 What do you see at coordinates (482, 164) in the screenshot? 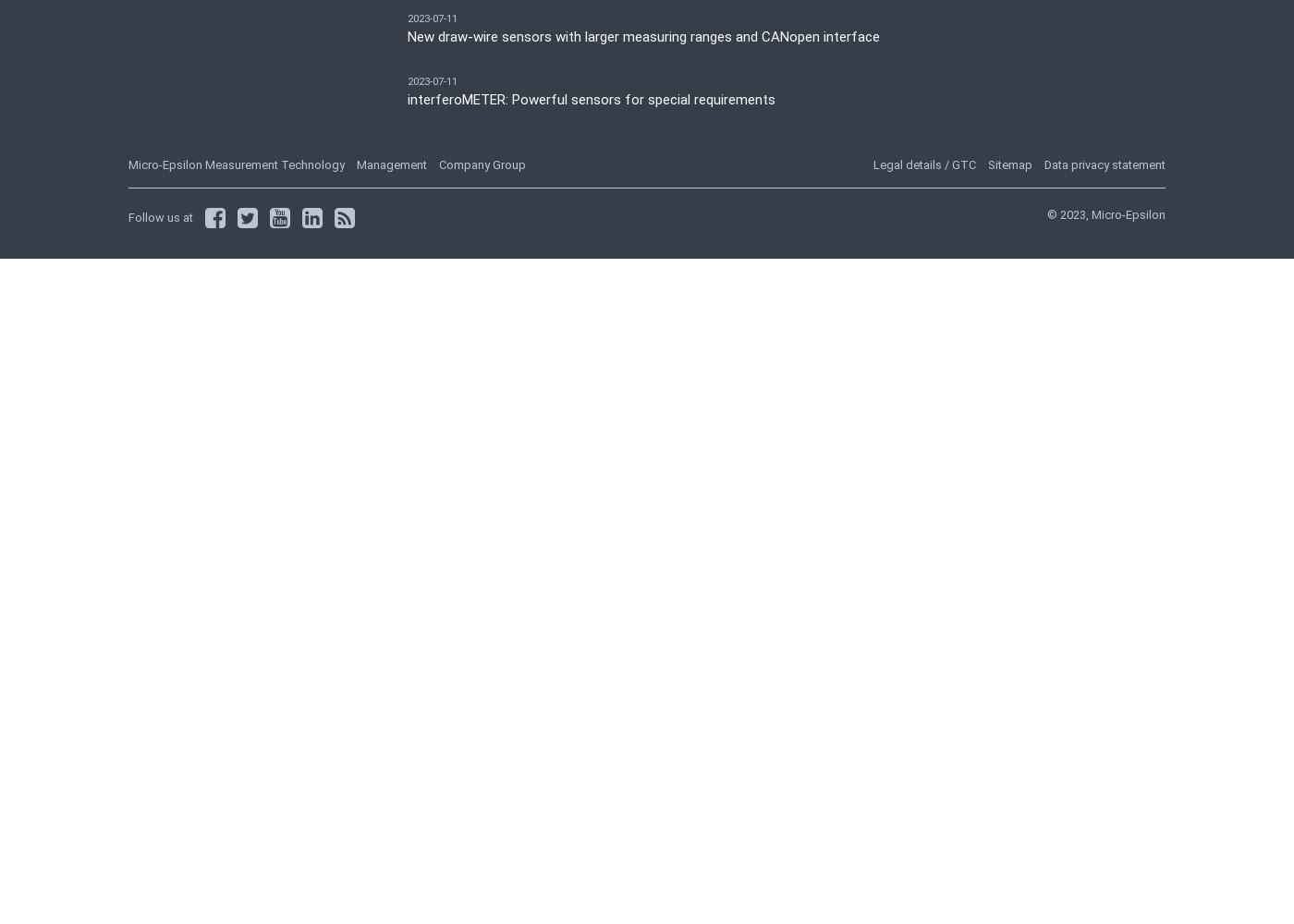
I see `'Company Group'` at bounding box center [482, 164].